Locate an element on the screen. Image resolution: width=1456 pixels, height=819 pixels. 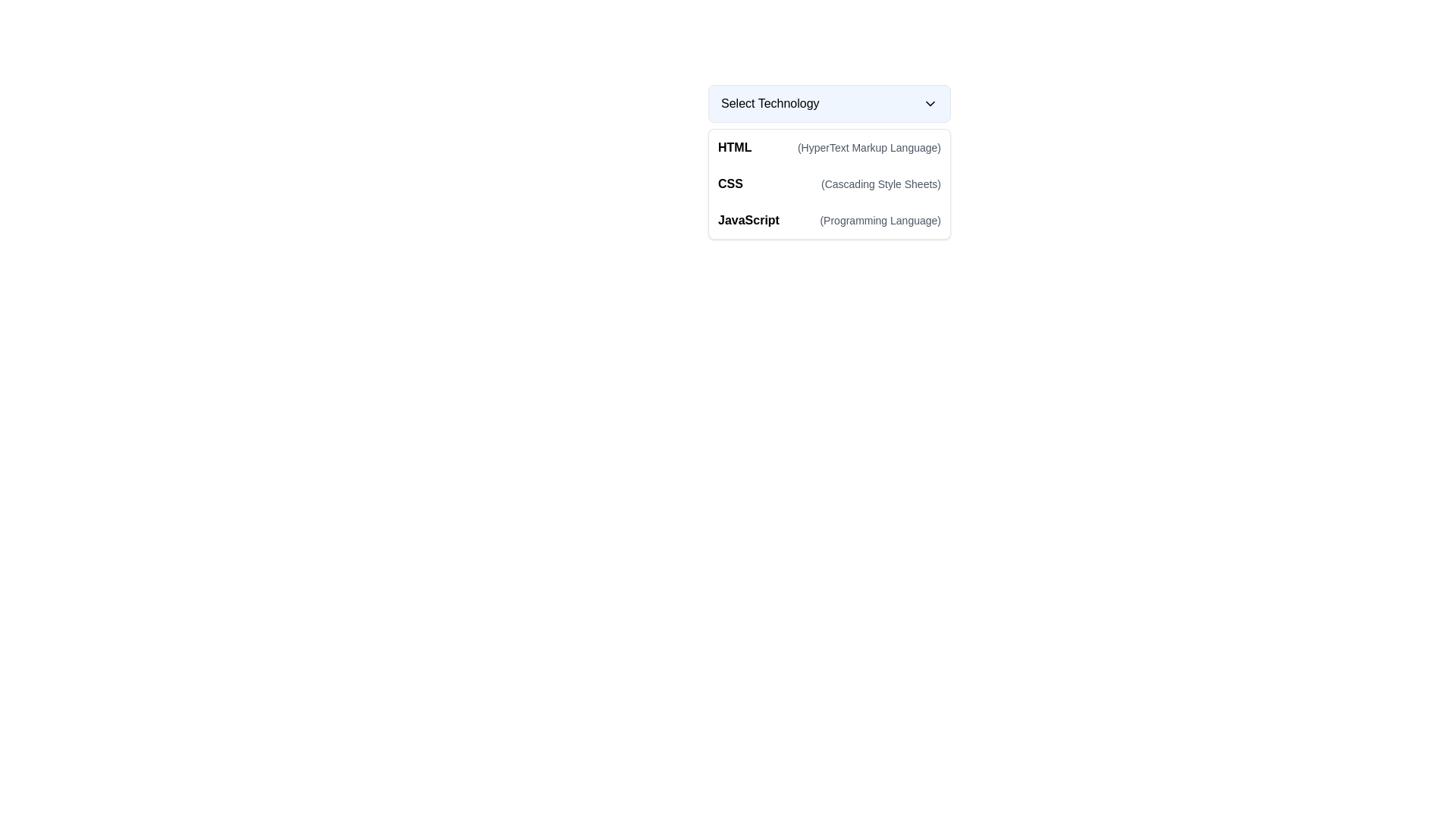
the static text label that denotes the 'HTML' option within the dropdown menu, positioned at the beginning of the first row and adjacent to '(HyperText Markup Language)' is located at coordinates (735, 148).